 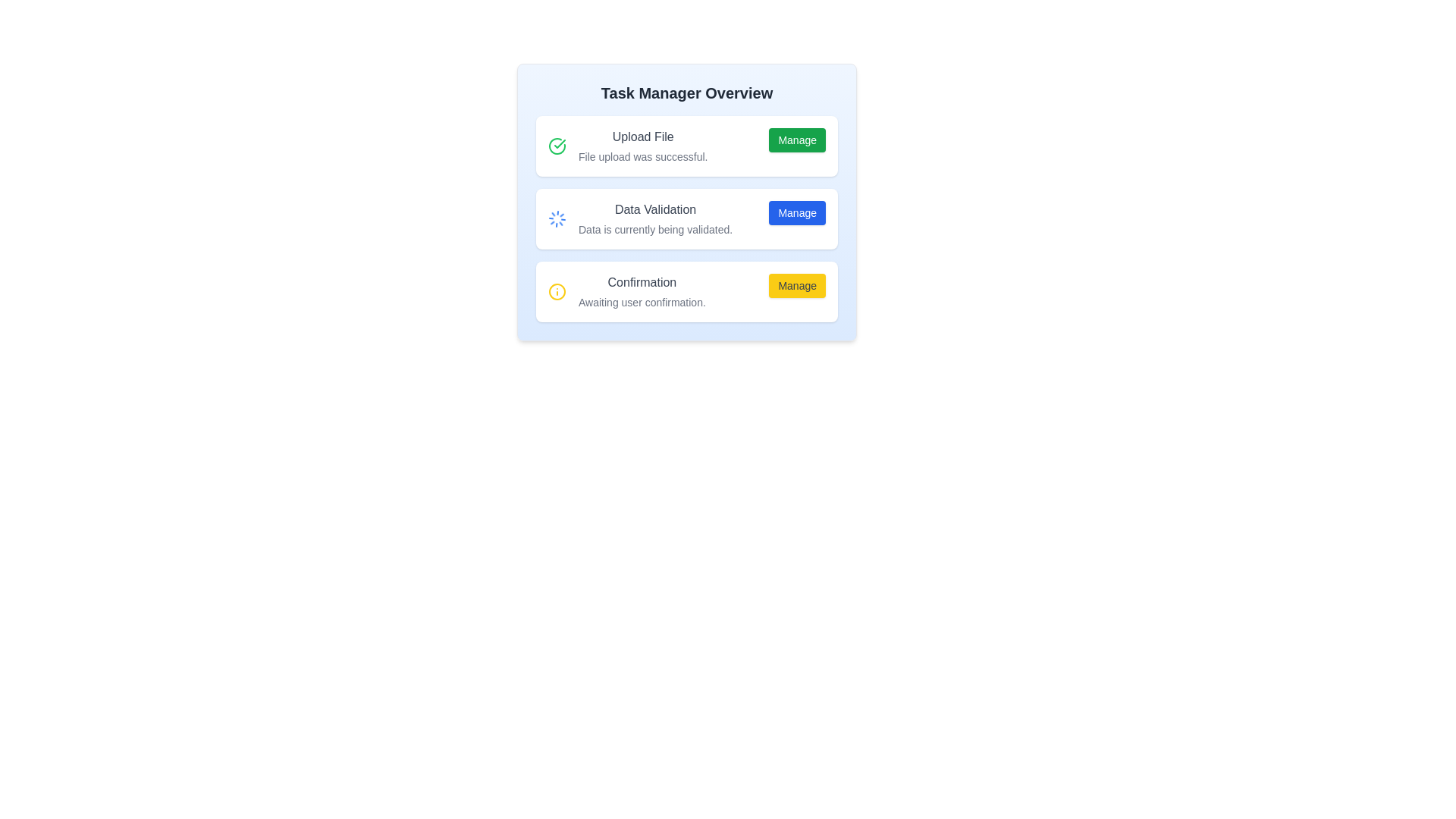 I want to click on the 'Manage' button with a yellow background and gray text, located within the 'Confirmation' card at the bottom of the stack in the 'Task Manager Overview', so click(x=796, y=286).